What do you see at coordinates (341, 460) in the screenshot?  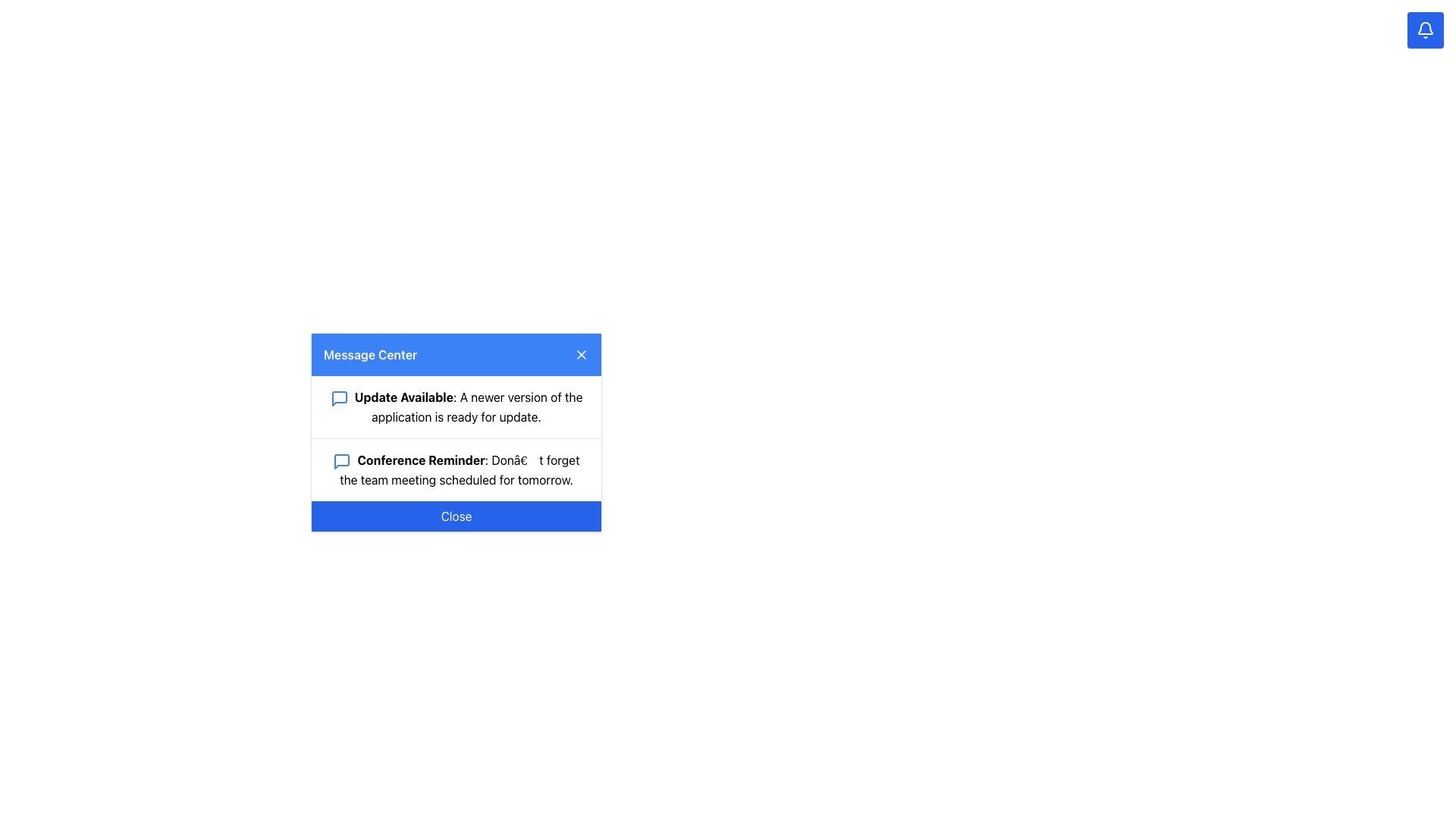 I see `the blue rectangular chat bubble icon with rounded corners and a speech tail, located next to 'Conference Reminder' in the Message Center panel` at bounding box center [341, 460].